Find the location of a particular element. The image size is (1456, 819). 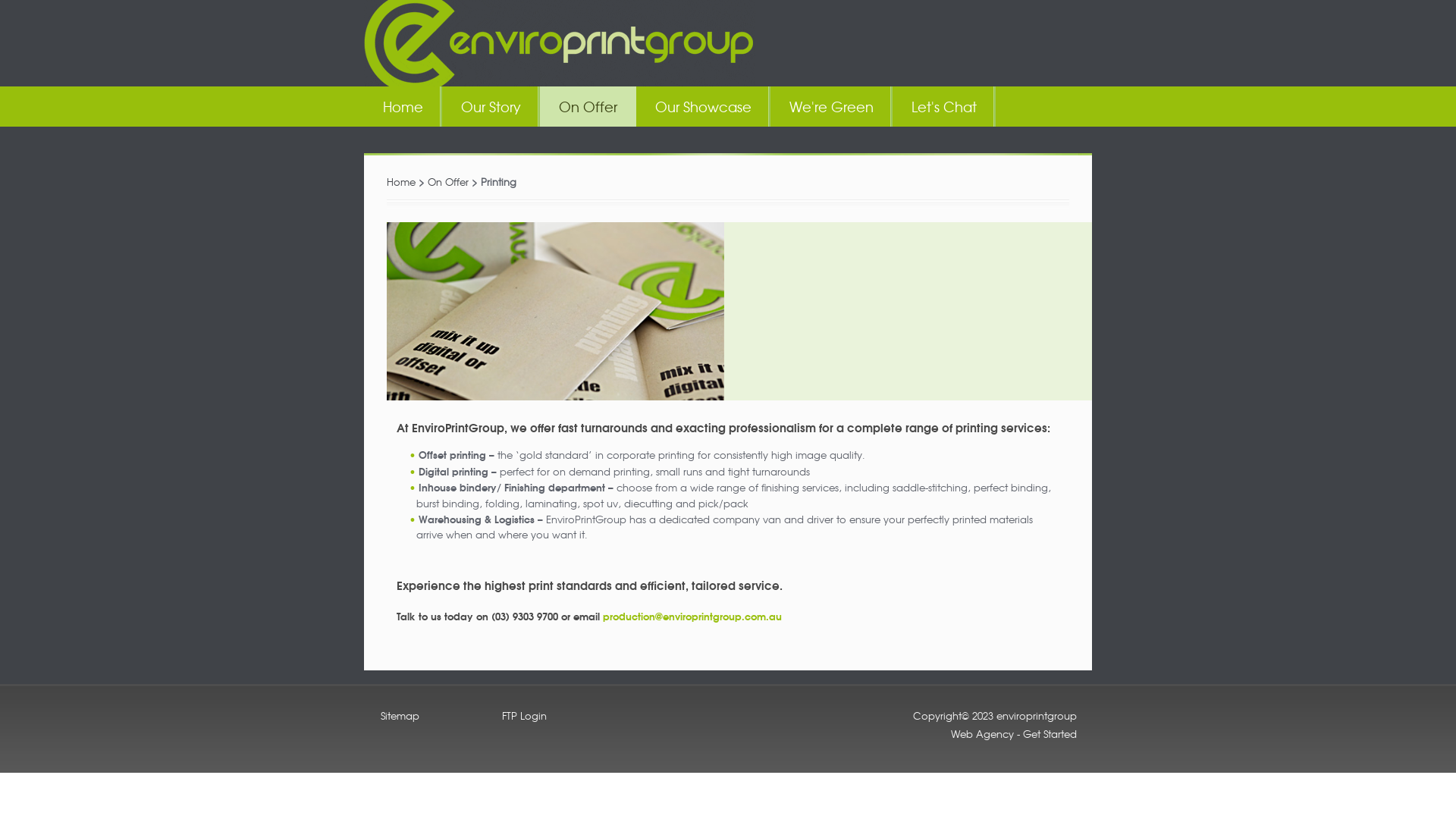

'production@enviroprintgroup.com.au' is located at coordinates (691, 616).